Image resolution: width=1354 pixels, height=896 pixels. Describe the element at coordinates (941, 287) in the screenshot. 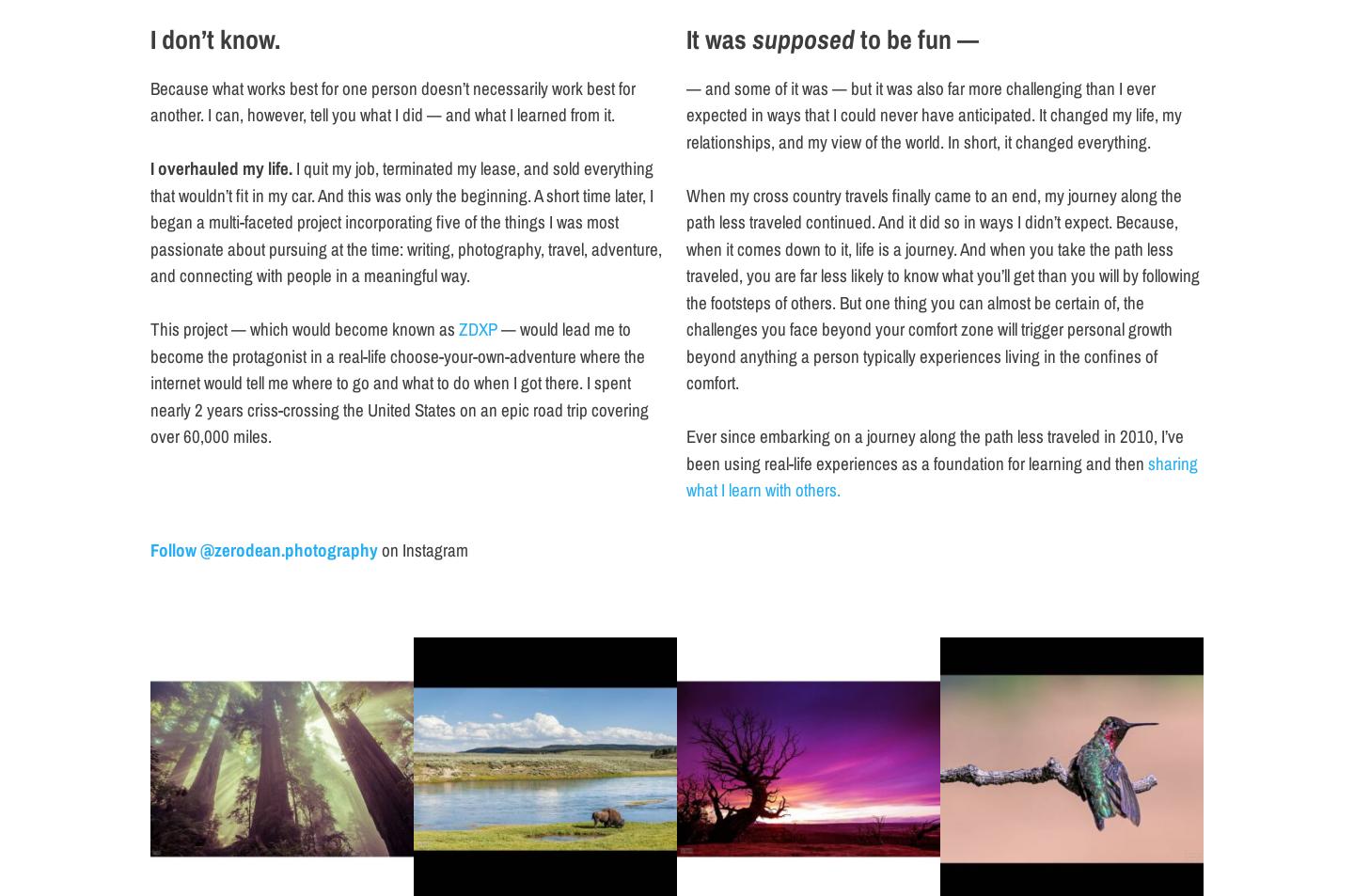

I see `'When my cross country travels finally came to an end, my journey along the path less traveled continued. And it did so in ways I didn’t expect. Because, when it comes down to it, life is a journey. And when you take the path less traveled, you are far less likely to know what you’ll get than you will by following the footsteps of others. But one thing you can almost be certain of, the challenges you face beyond your comfort zone will trigger personal growth beyond anything a person typically experiences living in the confines of comfort.'` at that location.